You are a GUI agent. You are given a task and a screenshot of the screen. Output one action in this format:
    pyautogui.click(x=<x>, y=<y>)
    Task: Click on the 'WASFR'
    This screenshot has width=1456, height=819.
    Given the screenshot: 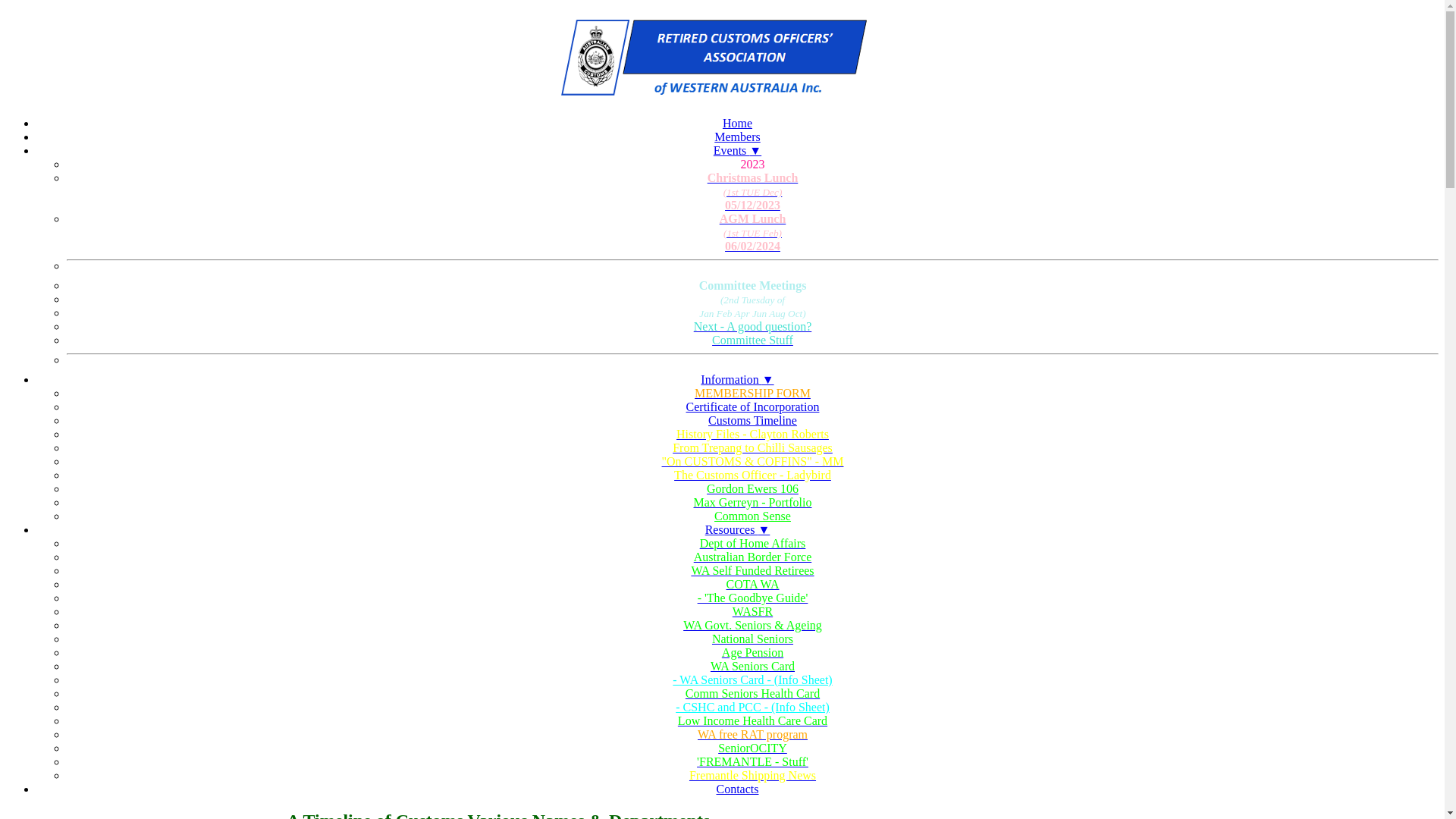 What is the action you would take?
    pyautogui.click(x=752, y=610)
    